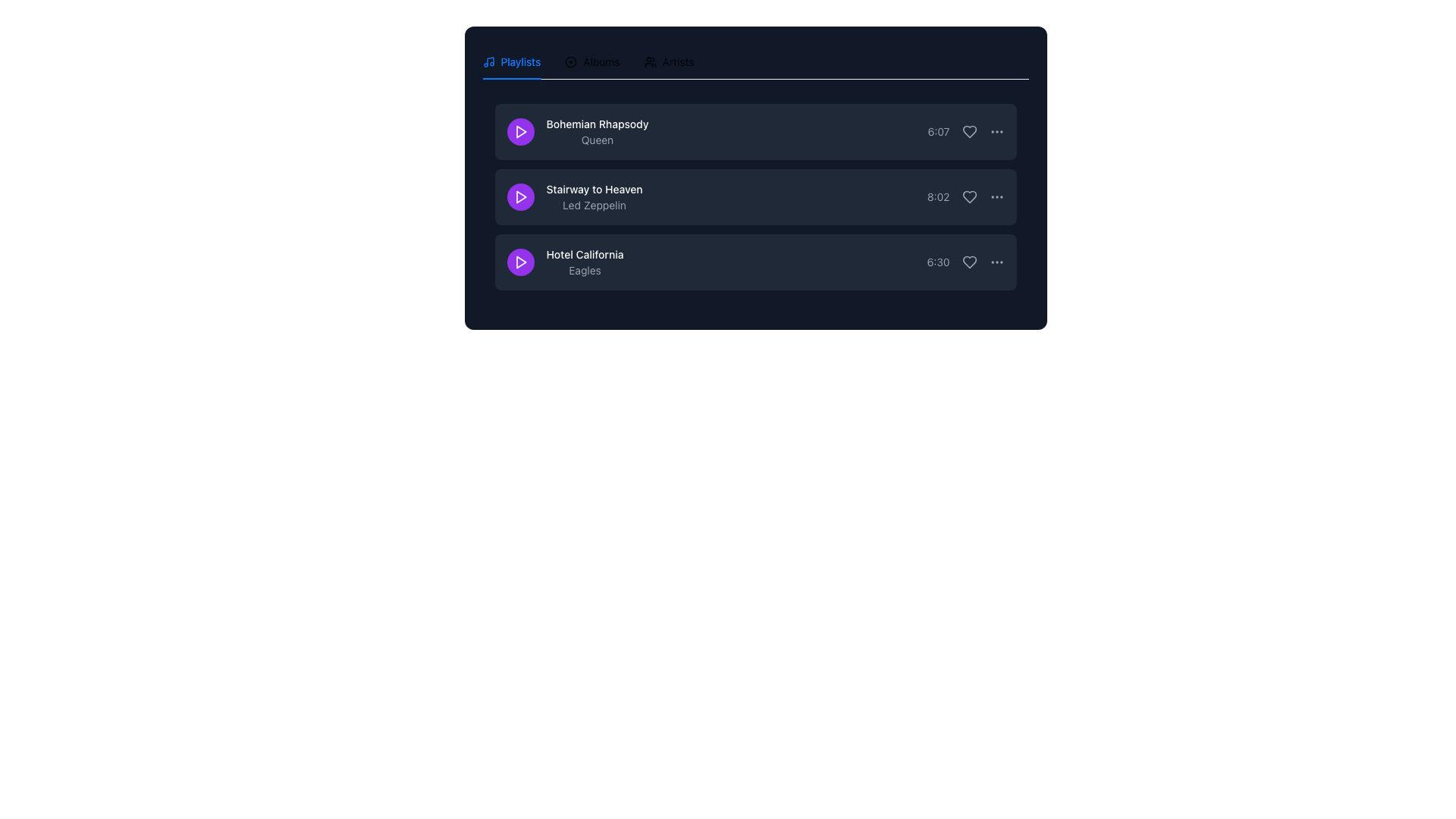  What do you see at coordinates (520, 130) in the screenshot?
I see `the play button icon for the 'Bohemian Rhapsody' playlist item, which is enclosed in a purple circular background and located immediately to the left of the associated text` at bounding box center [520, 130].